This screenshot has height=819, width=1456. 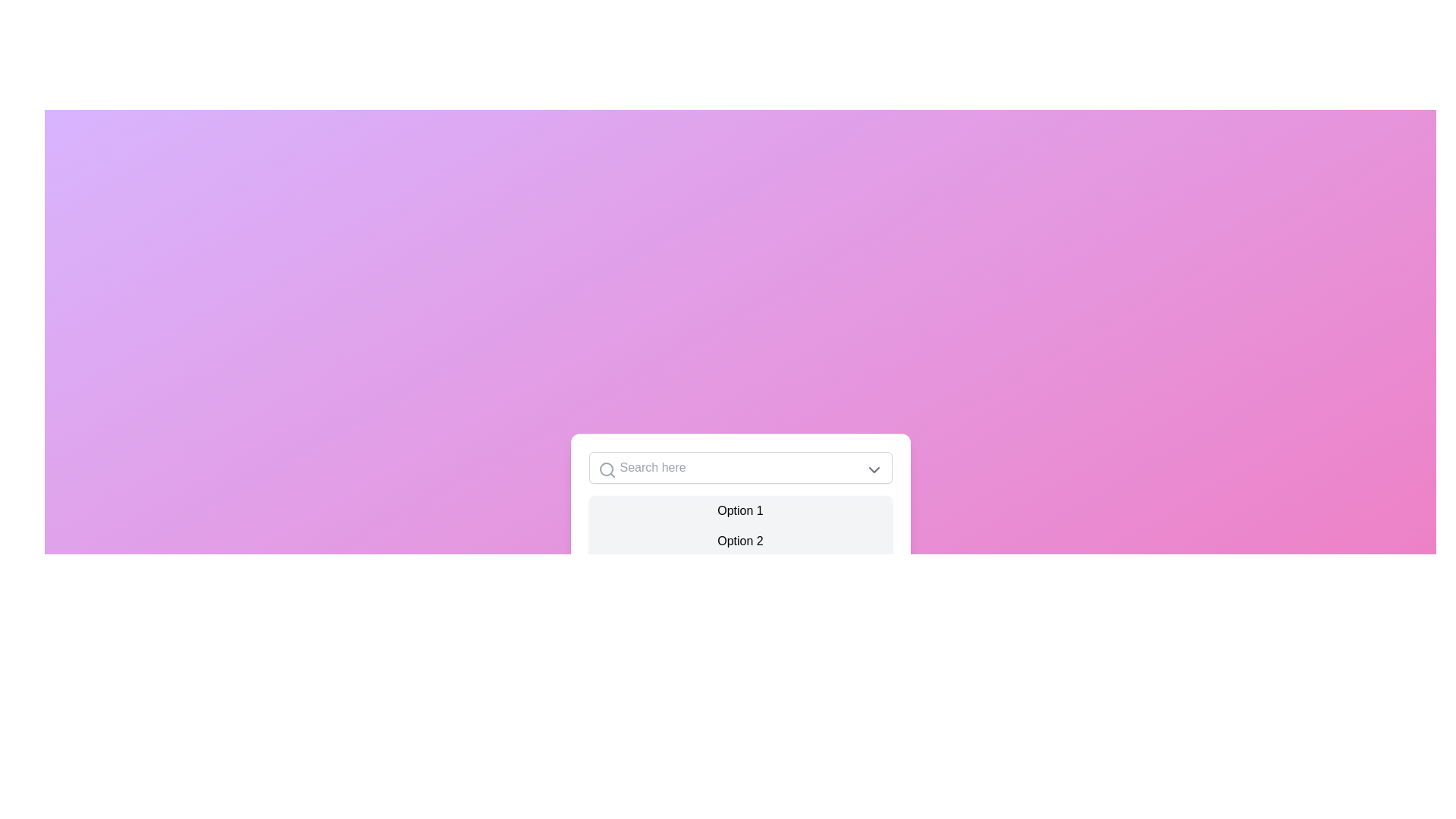 What do you see at coordinates (605, 468) in the screenshot?
I see `the SVG circle that forms the primary part of the search icon, which visually indicates the search functionality in the interface` at bounding box center [605, 468].